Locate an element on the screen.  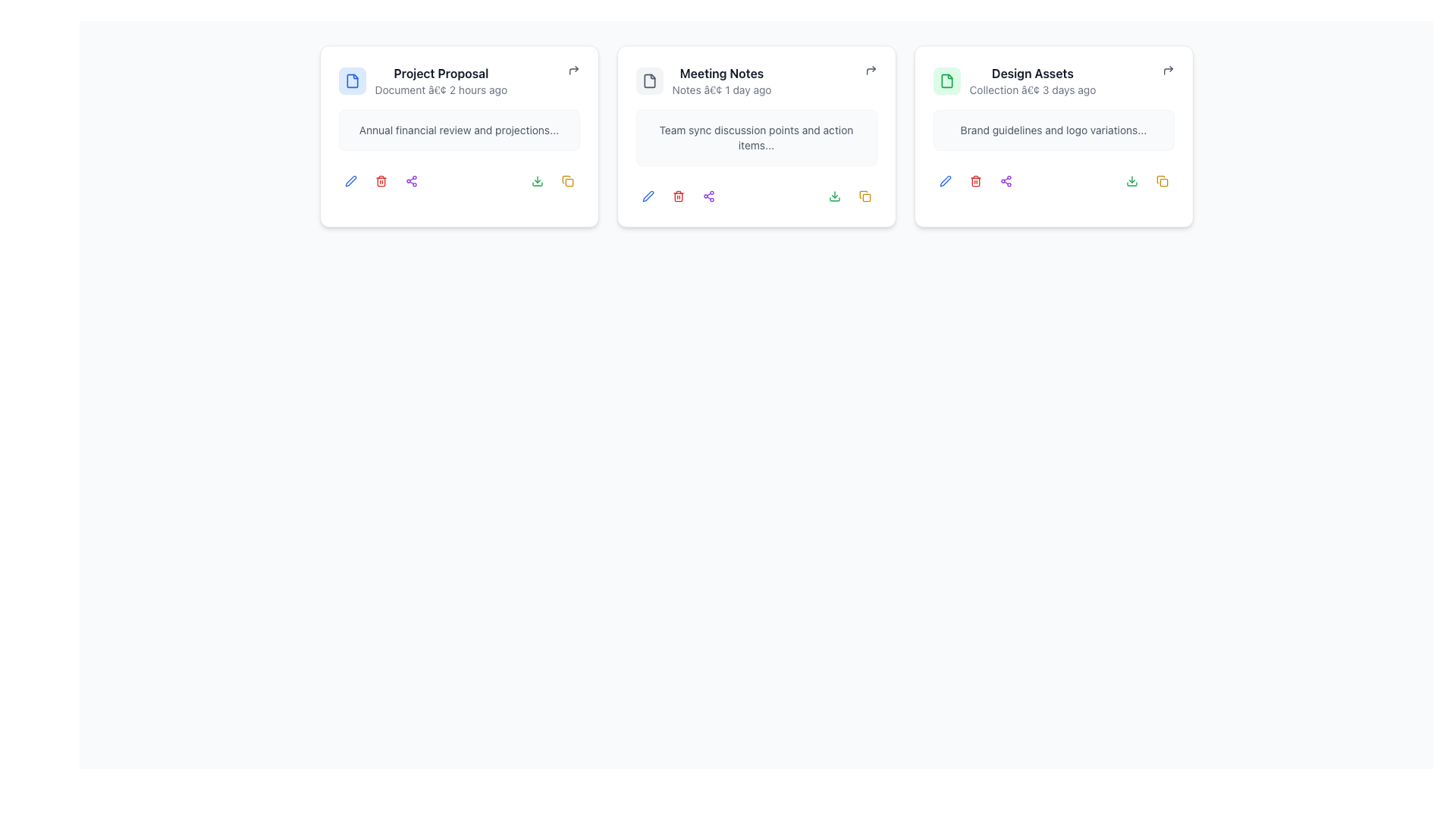
the download icon located at the bottom-right of the 'Design Assets' card in the third column to trigger tooltip or highlight effects is located at coordinates (1131, 180).